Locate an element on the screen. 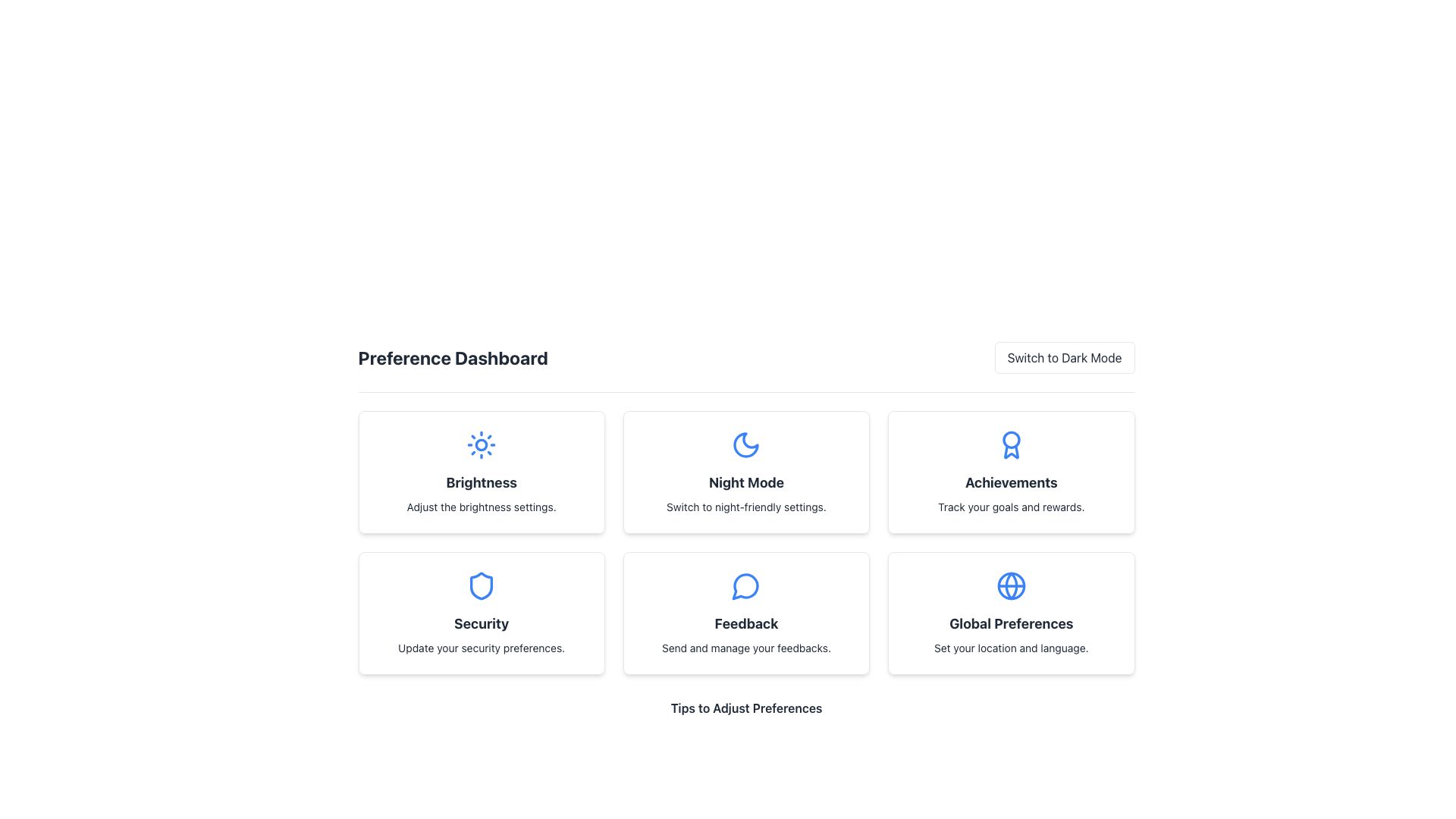 Image resolution: width=1456 pixels, height=819 pixels. the global preferences icon located within the 'Global Preferences' card, which is the last card in the second row of the preference dashboard is located at coordinates (1011, 585).